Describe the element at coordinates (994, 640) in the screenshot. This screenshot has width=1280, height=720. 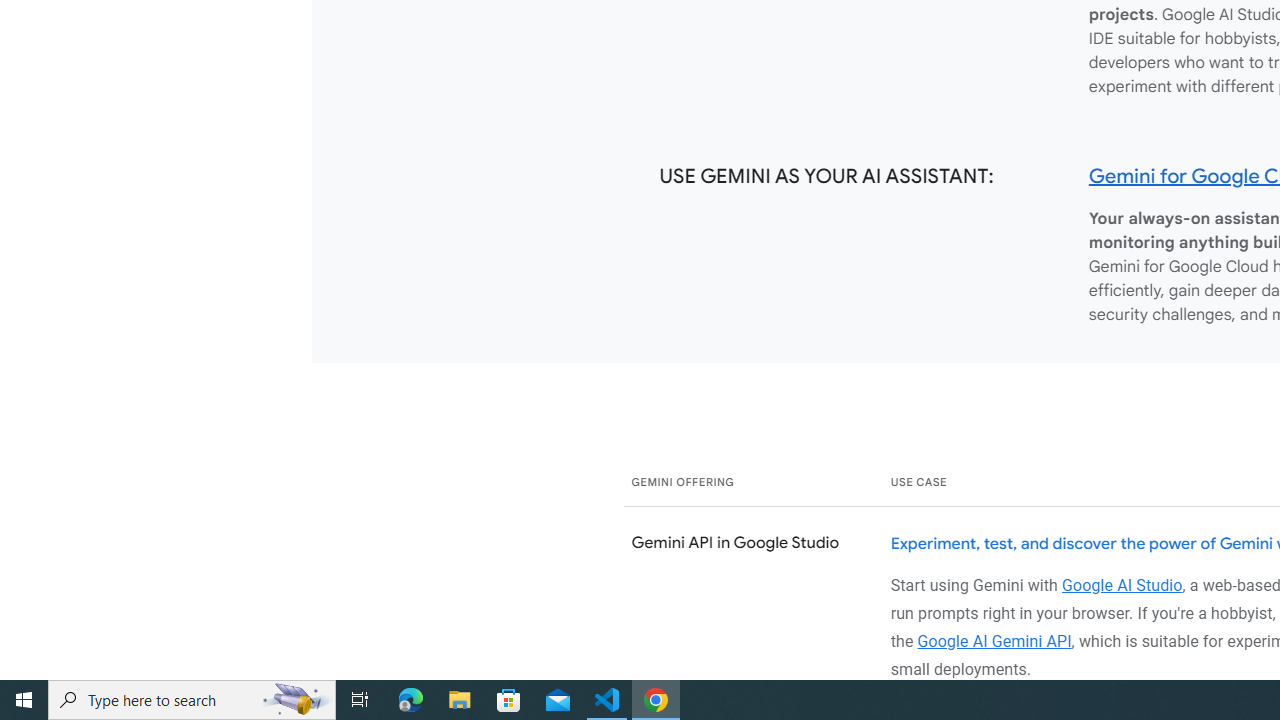
I see `'Google AI Gemini API'` at that location.